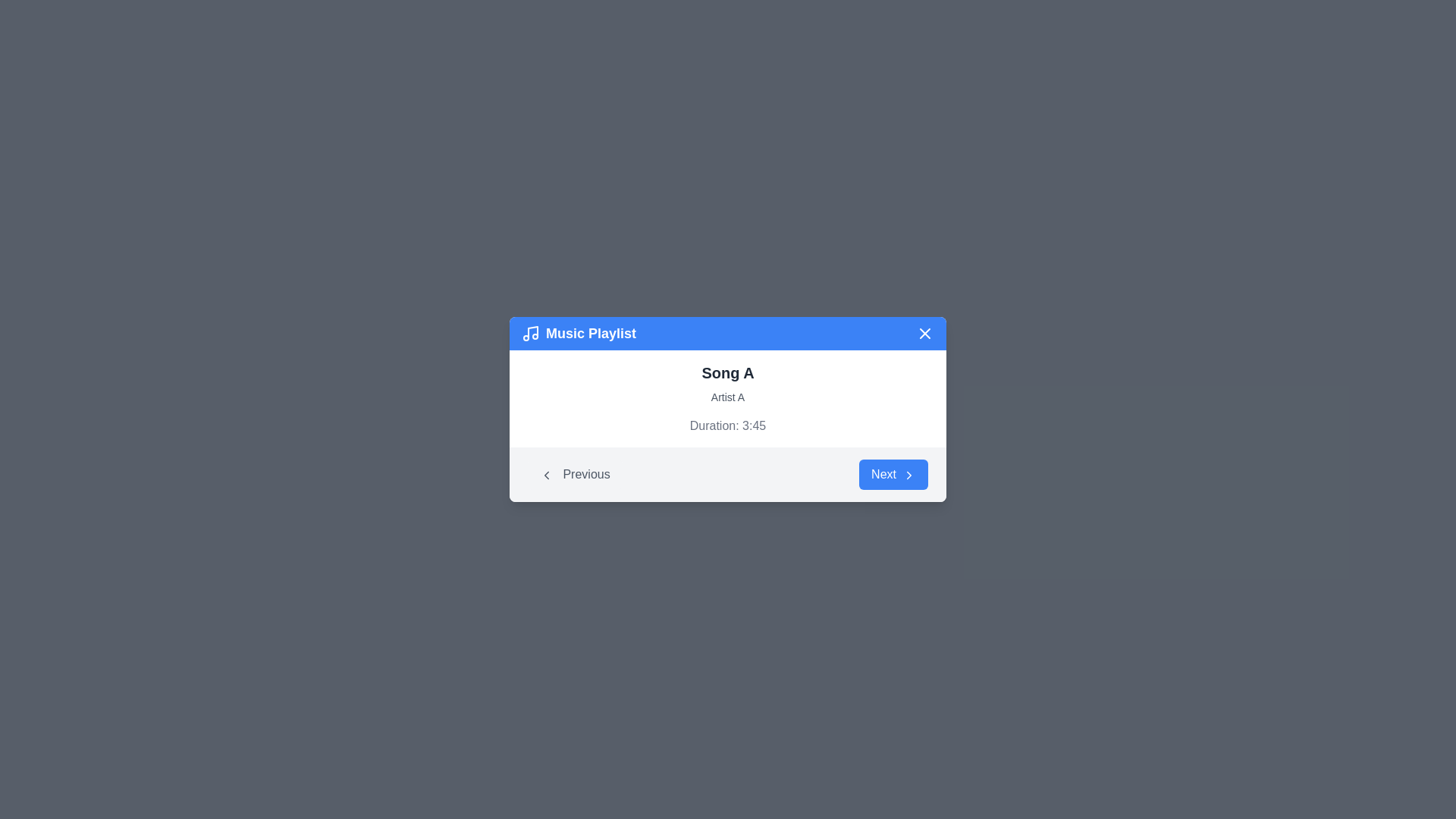 The width and height of the screenshot is (1456, 819). I want to click on the Navigation controls buttons labeled 'Previous' and 'Next', so click(728, 473).